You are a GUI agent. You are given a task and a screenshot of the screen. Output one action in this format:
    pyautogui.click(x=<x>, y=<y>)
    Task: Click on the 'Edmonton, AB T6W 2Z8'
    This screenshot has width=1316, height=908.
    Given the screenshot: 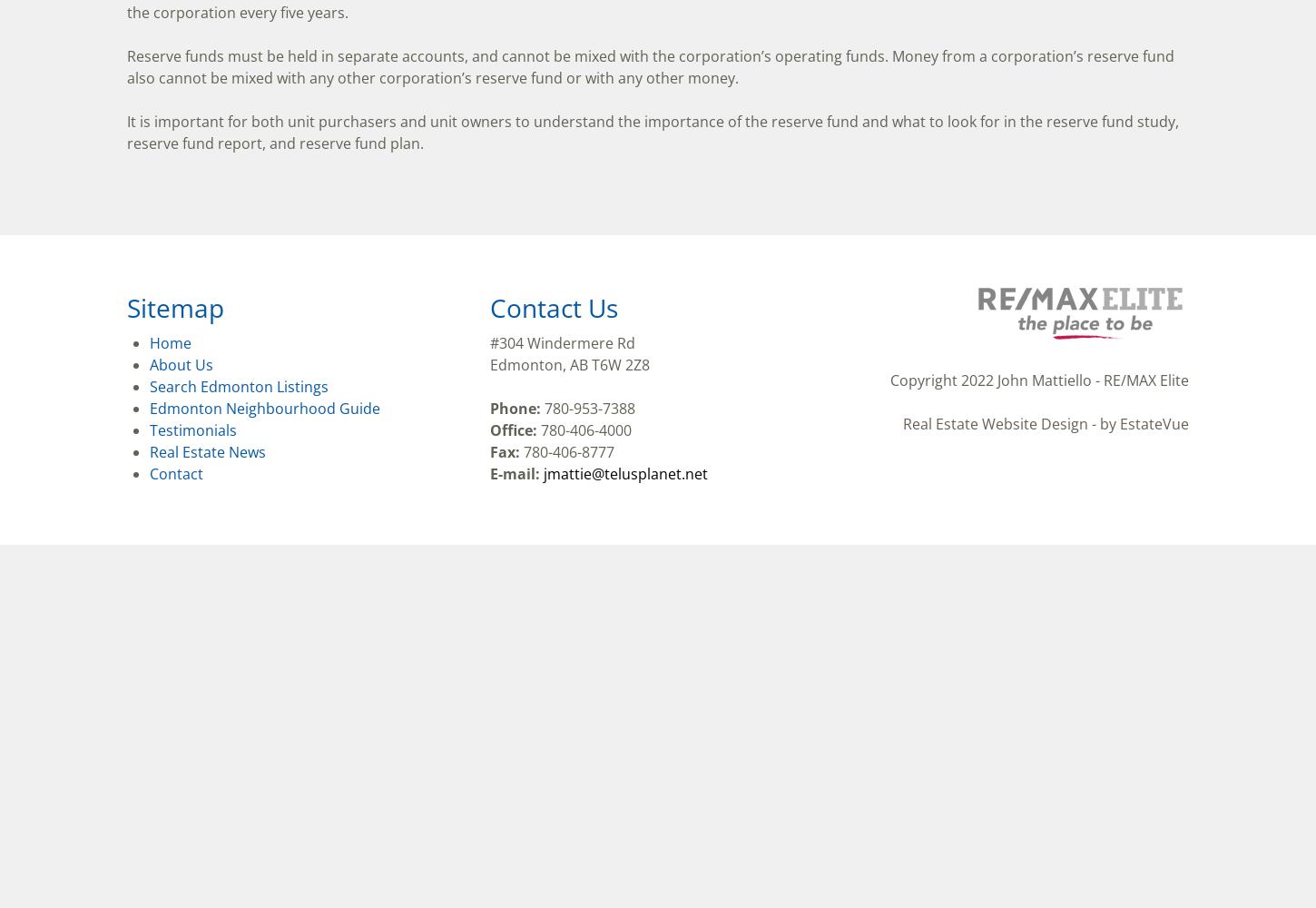 What is the action you would take?
    pyautogui.click(x=568, y=365)
    